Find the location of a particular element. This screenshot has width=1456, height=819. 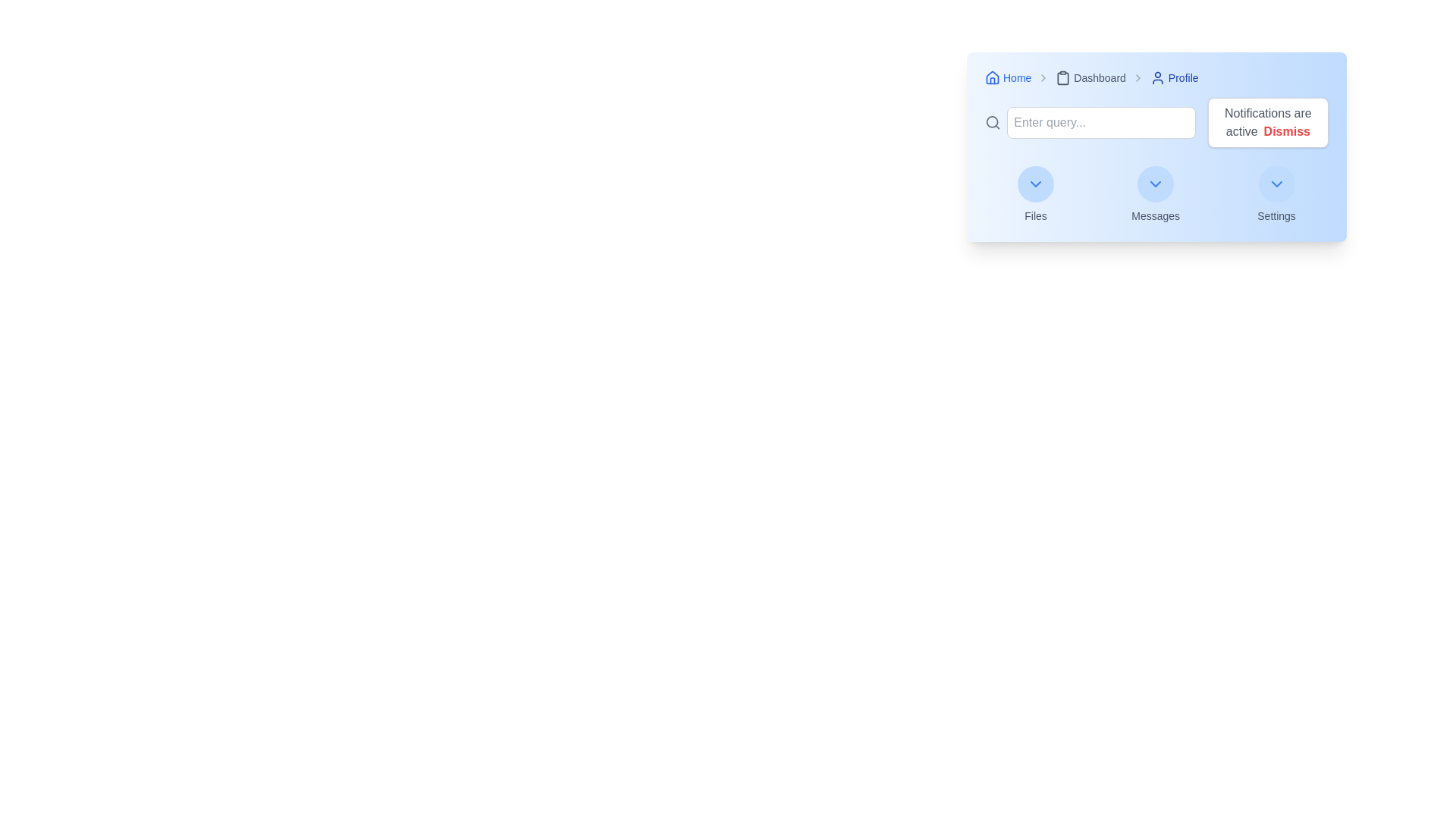

the hyperlink component that navigates to the 'Dashboard' section, located in the breadcrumb navigation bar between 'Home' and 'Profile' is located at coordinates (1090, 78).